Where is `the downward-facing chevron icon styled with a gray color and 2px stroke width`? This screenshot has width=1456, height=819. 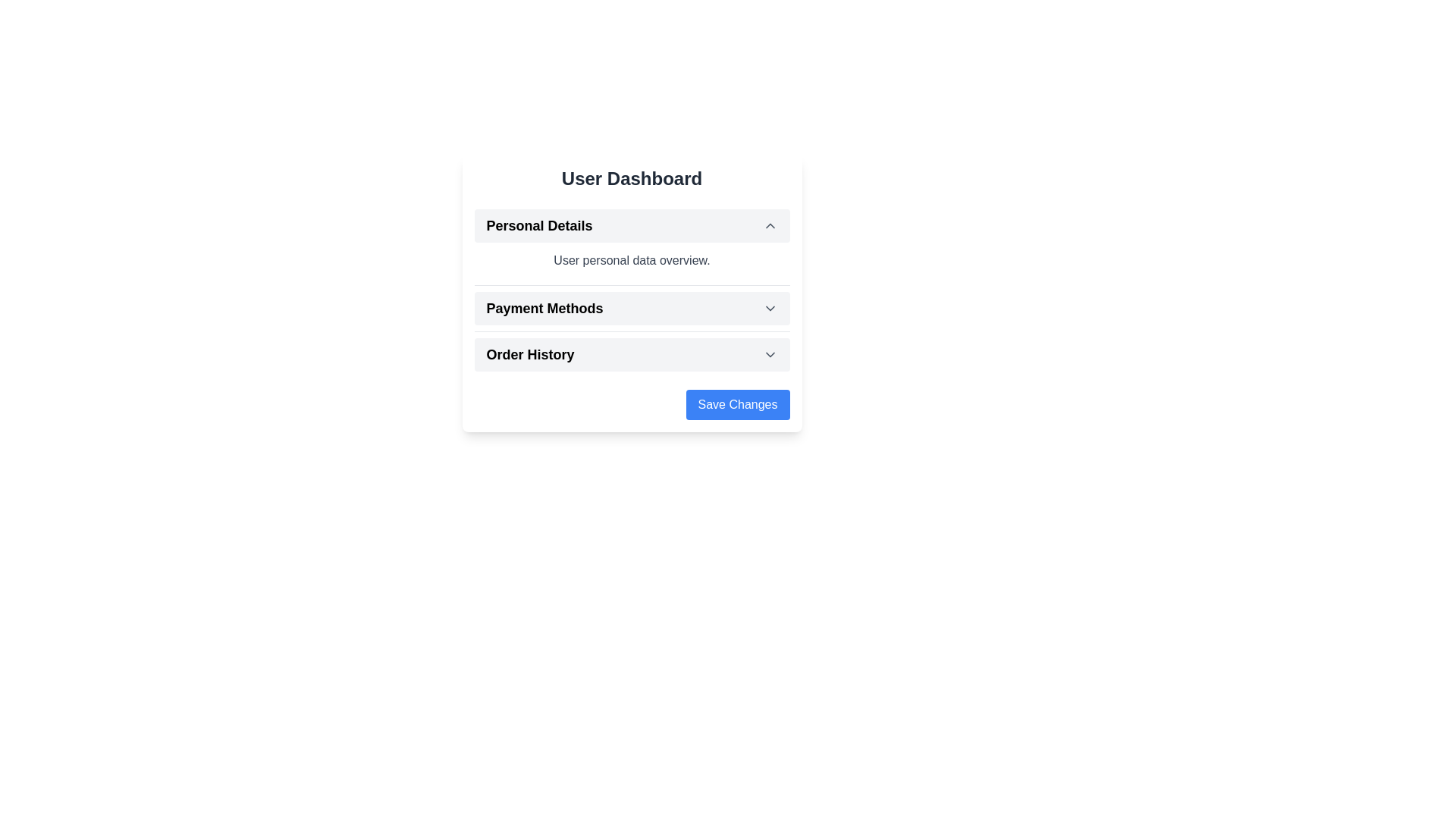
the downward-facing chevron icon styled with a gray color and 2px stroke width is located at coordinates (770, 354).